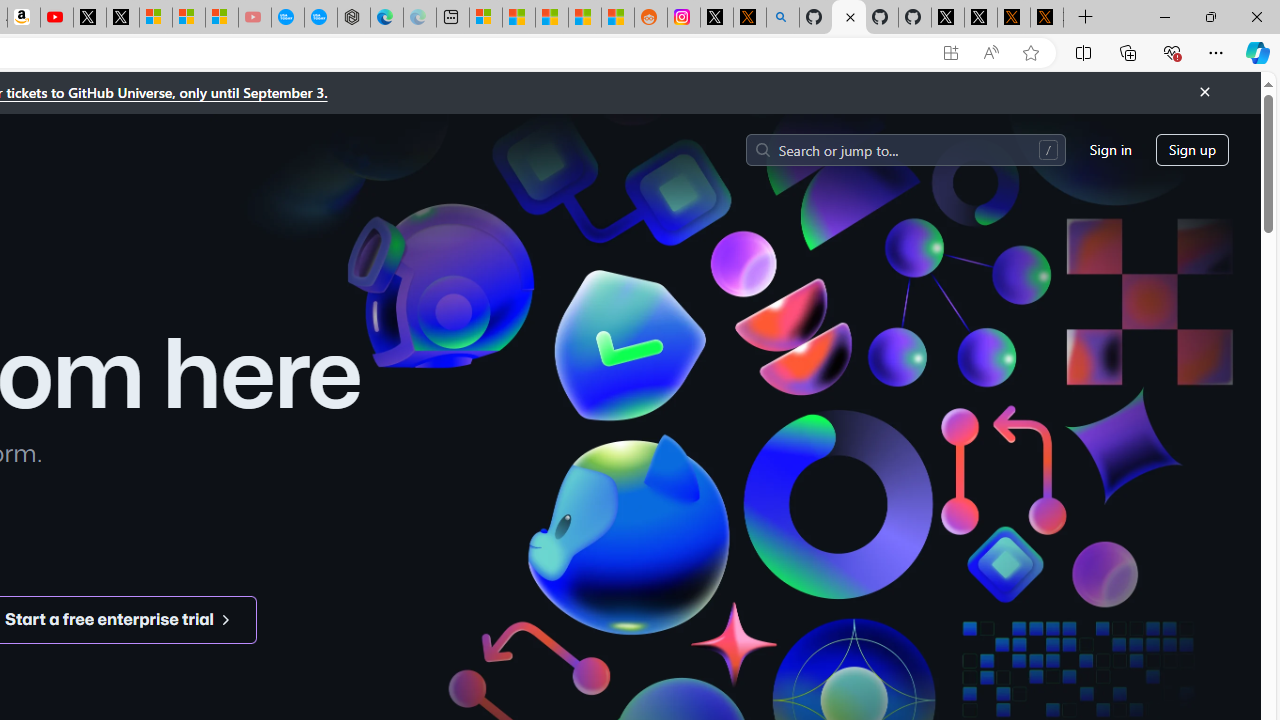 This screenshot has width=1280, height=720. What do you see at coordinates (287, 17) in the screenshot?
I see `'Opinion: Op-Ed and Commentary - USA TODAY'` at bounding box center [287, 17].